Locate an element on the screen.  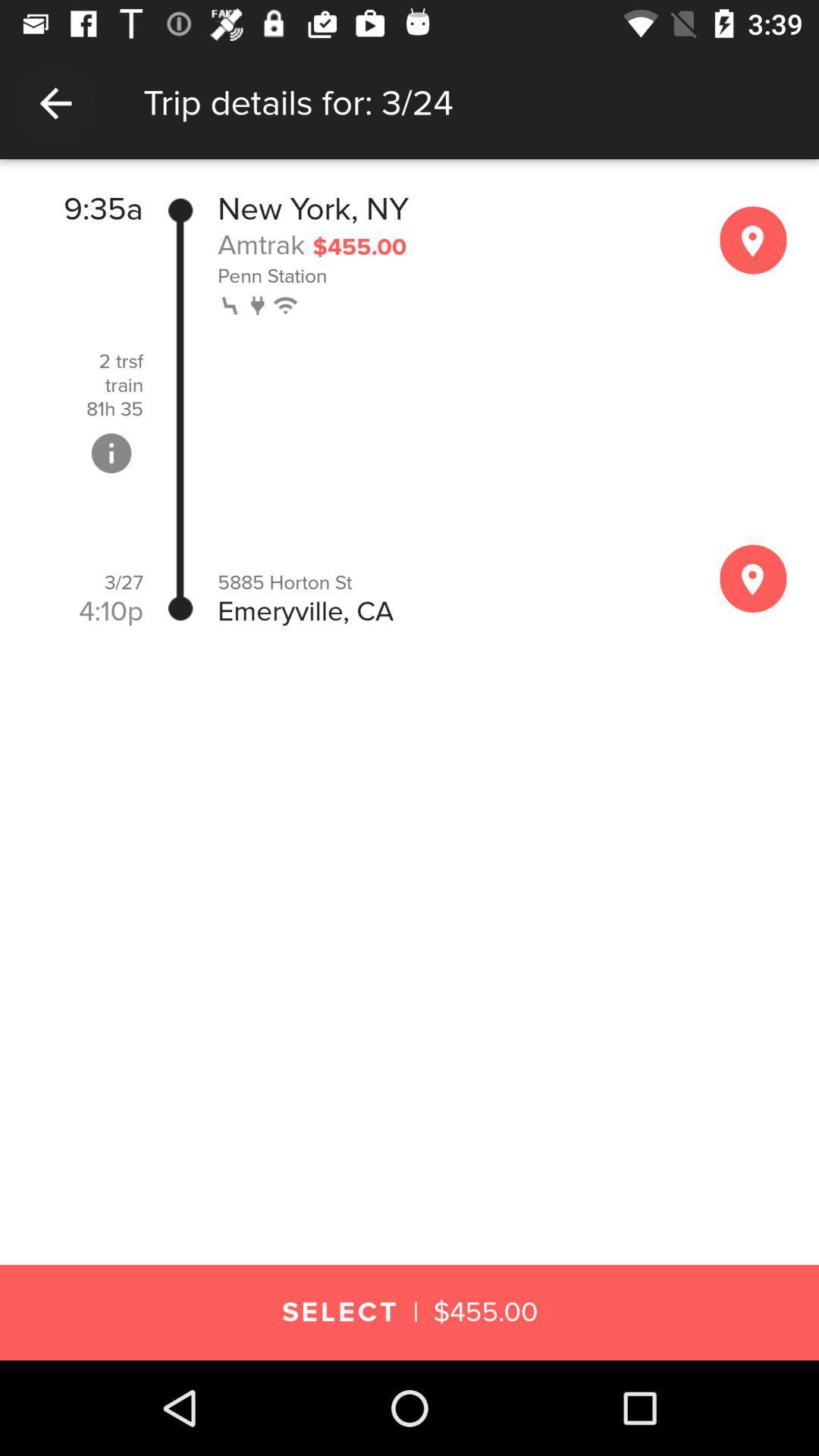
the item above the 9:35a item is located at coordinates (409, 174).